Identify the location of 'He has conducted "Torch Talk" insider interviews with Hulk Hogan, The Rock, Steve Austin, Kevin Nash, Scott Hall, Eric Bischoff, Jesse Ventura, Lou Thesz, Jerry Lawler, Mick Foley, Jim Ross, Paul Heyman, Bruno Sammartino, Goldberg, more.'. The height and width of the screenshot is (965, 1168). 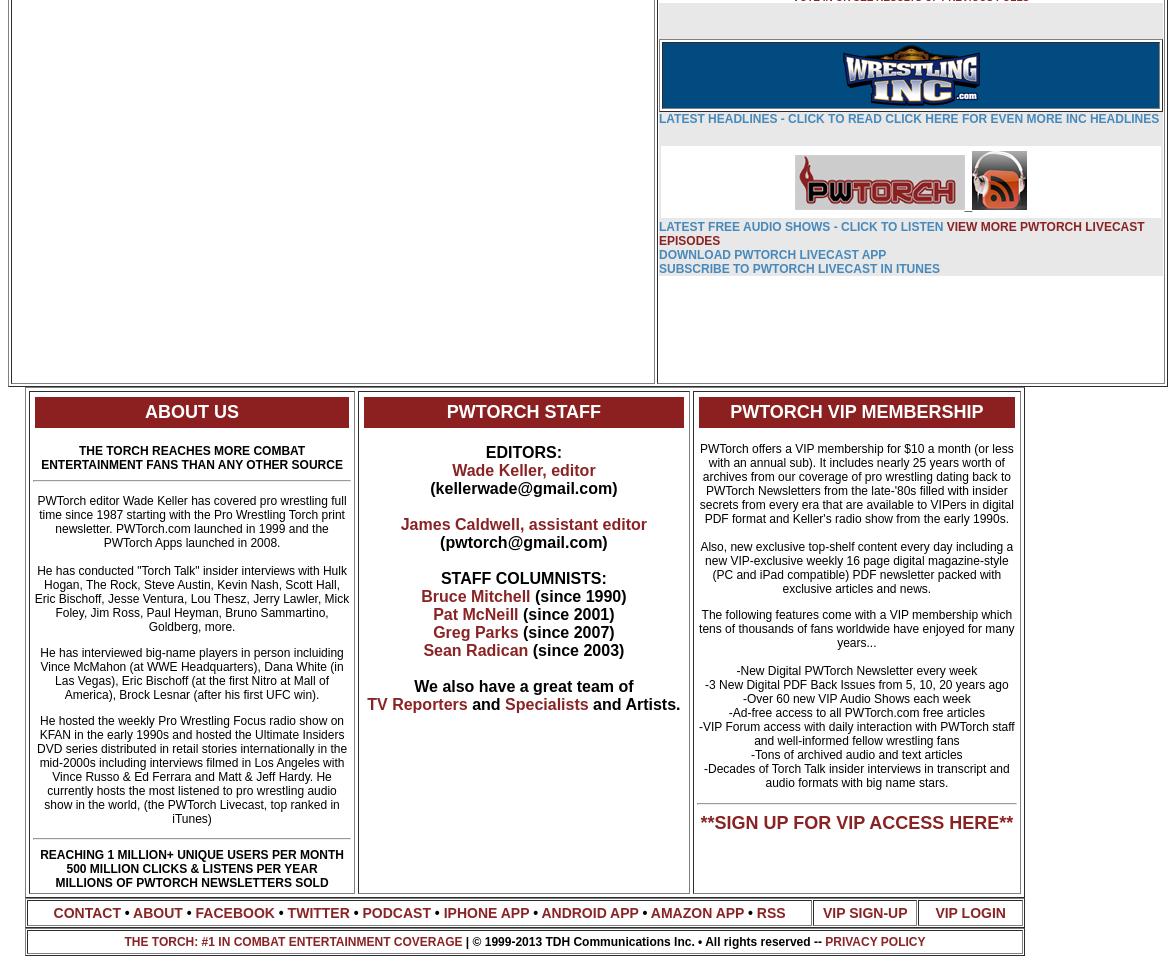
(191, 597).